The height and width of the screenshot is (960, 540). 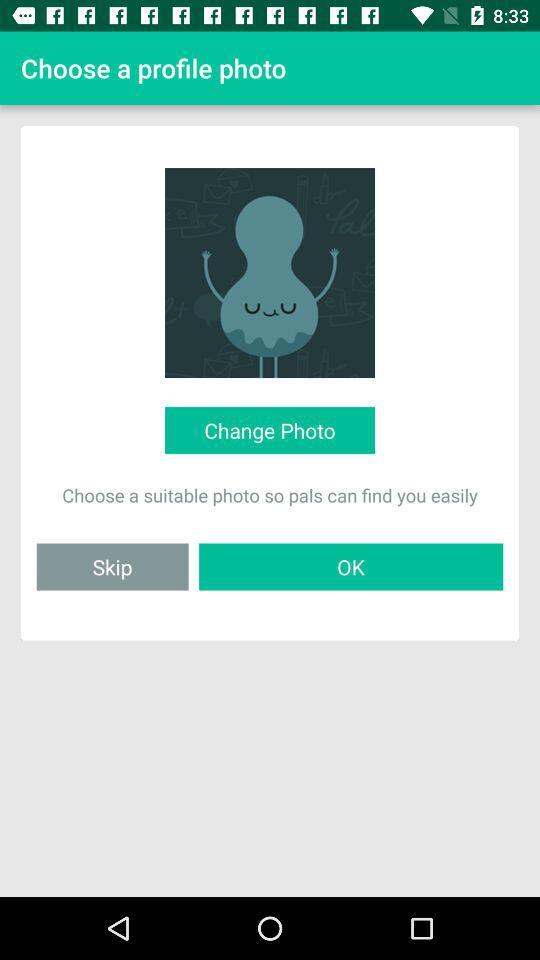 I want to click on the change photo icon, so click(x=270, y=430).